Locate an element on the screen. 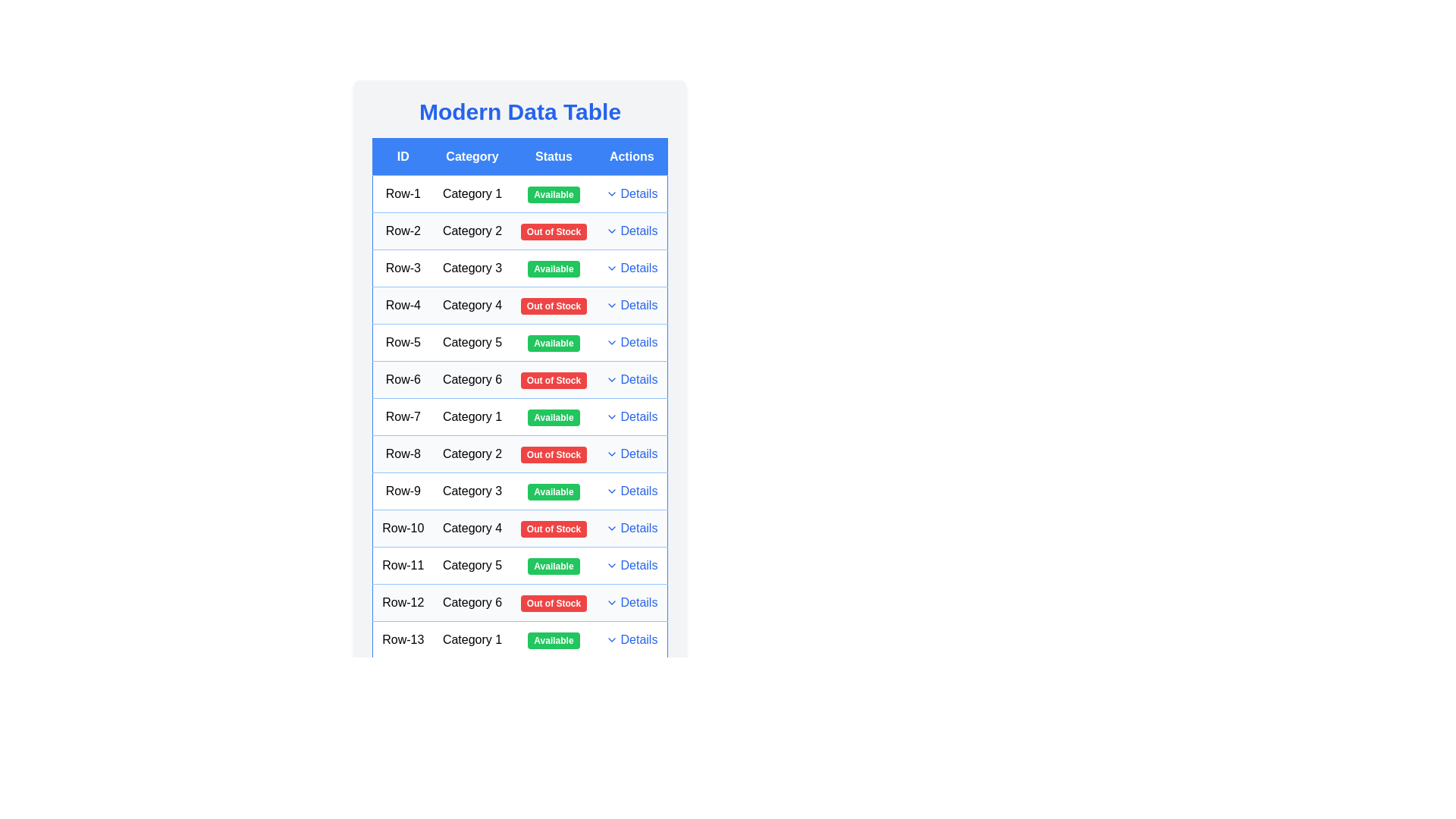  the table header ID to sort or filter the column is located at coordinates (403, 157).